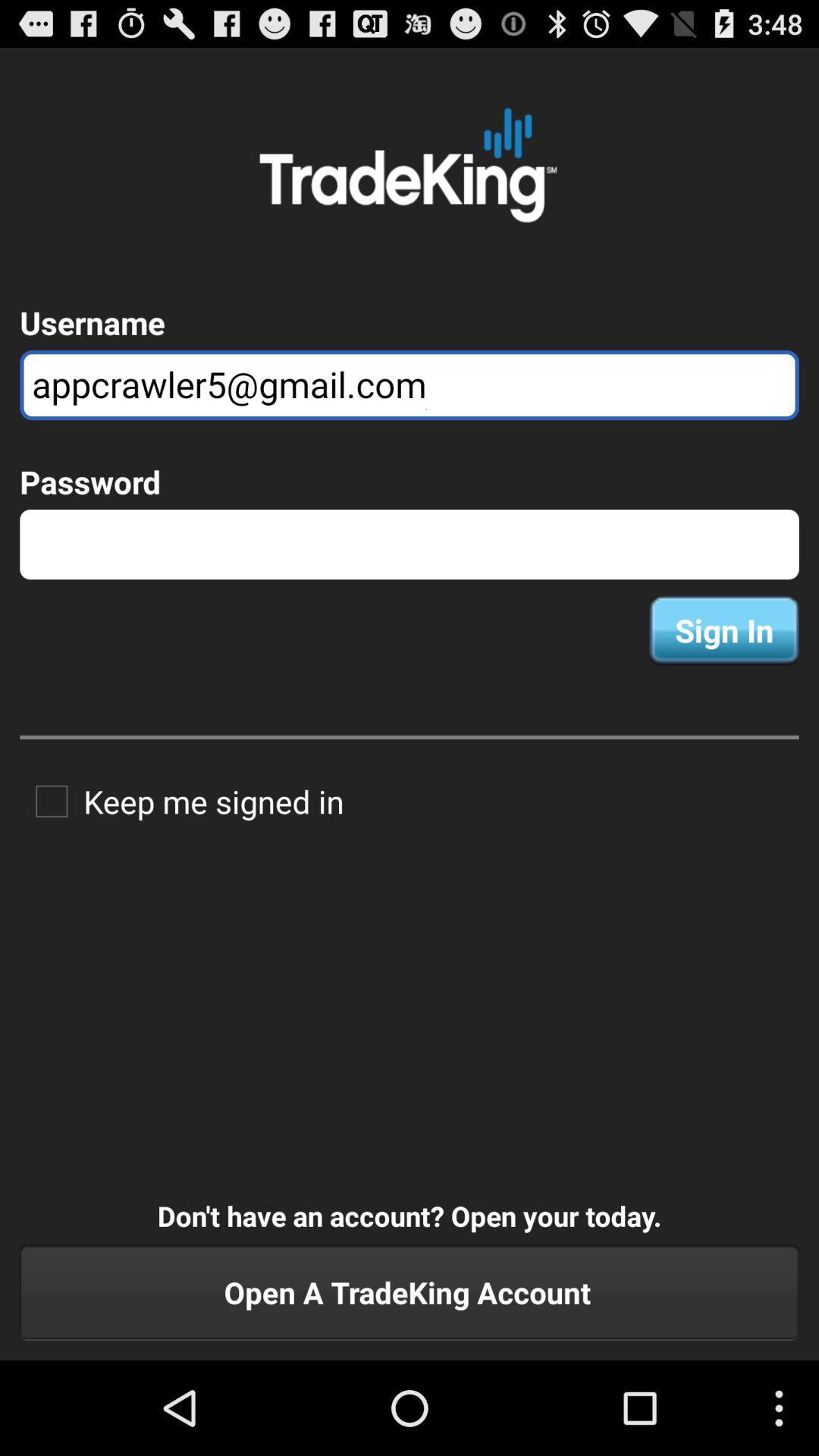  I want to click on the sign in, so click(723, 630).